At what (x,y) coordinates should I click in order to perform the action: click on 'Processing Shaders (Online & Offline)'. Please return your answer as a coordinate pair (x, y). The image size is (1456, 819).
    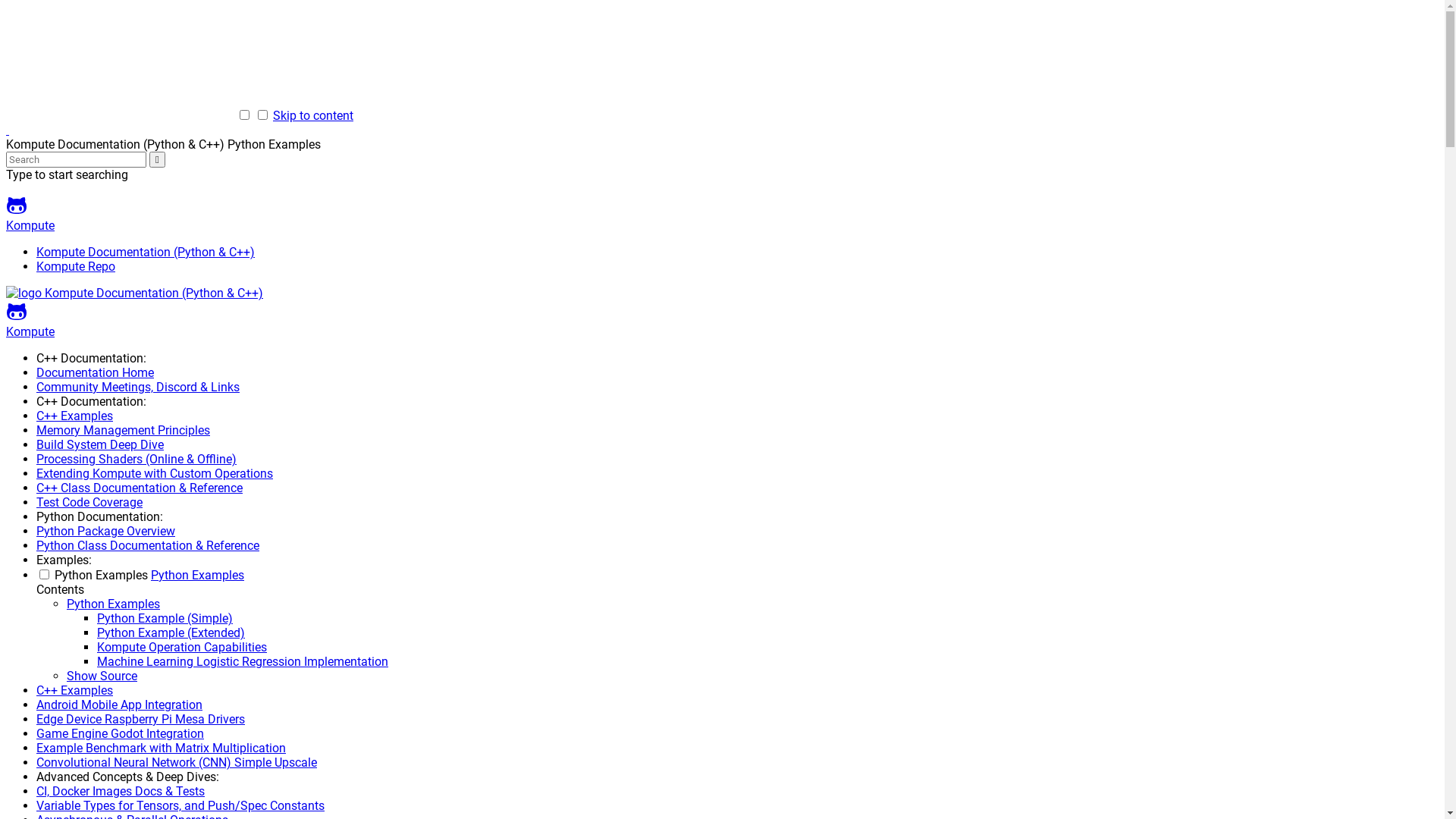
    Looking at the image, I should click on (36, 458).